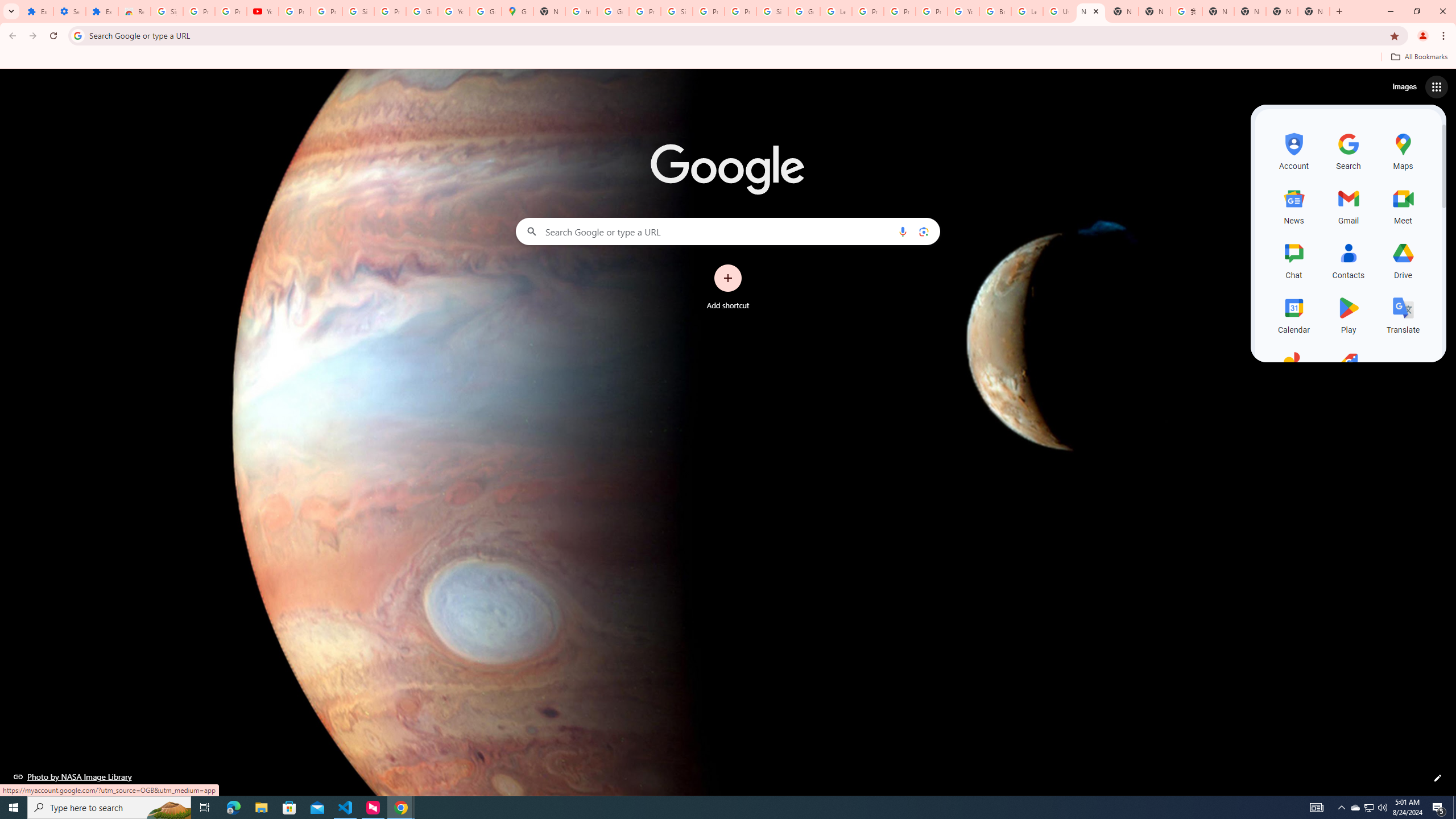 The width and height of the screenshot is (1456, 819). Describe the element at coordinates (453, 11) in the screenshot. I see `'YouTube'` at that location.